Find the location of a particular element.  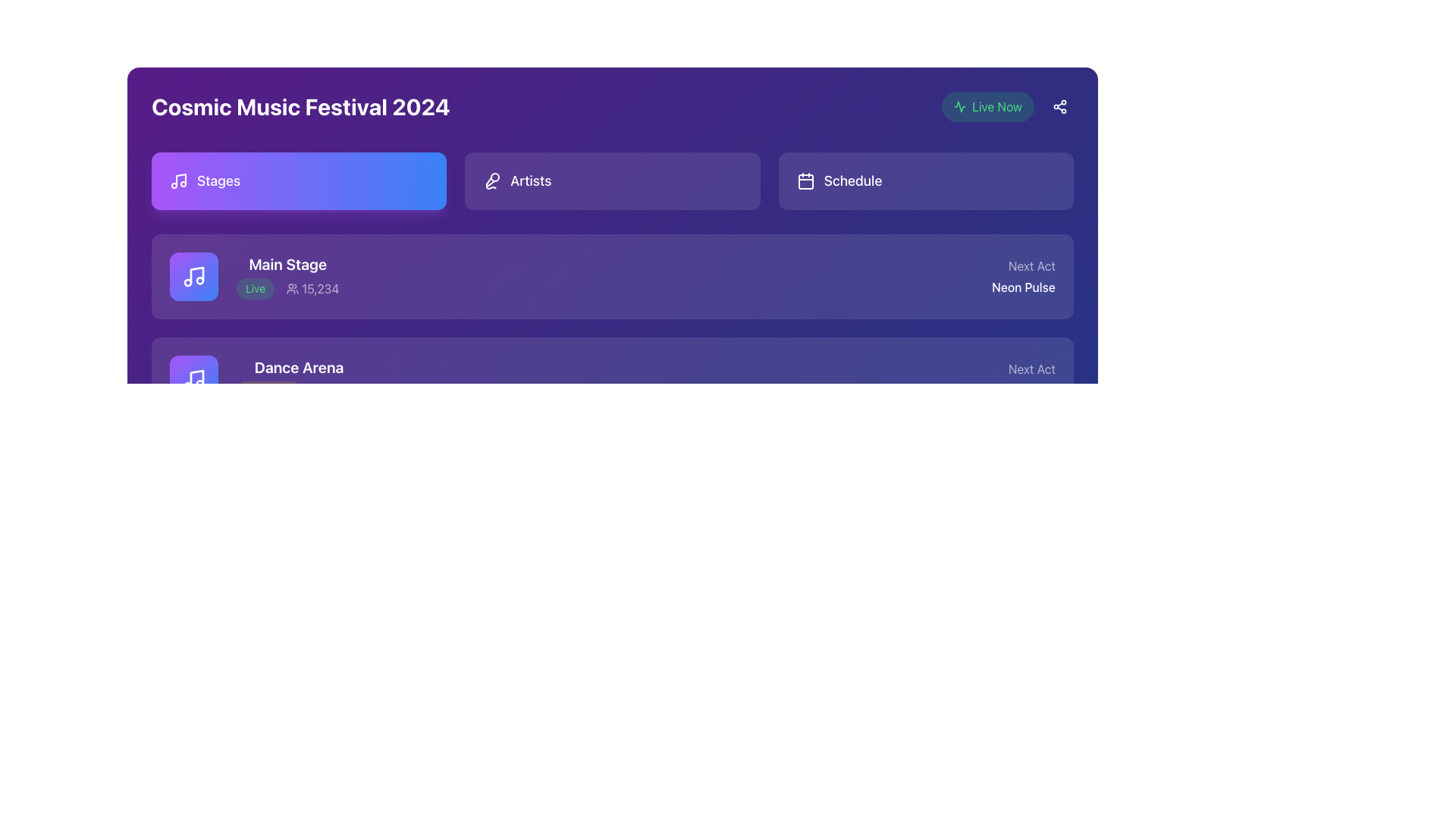

the 'Stages' text label, which is a navigation menu item with a modern sans-serif font and white color against a blue gradient background, to potentially reveal additional details or visual effects is located at coordinates (218, 180).